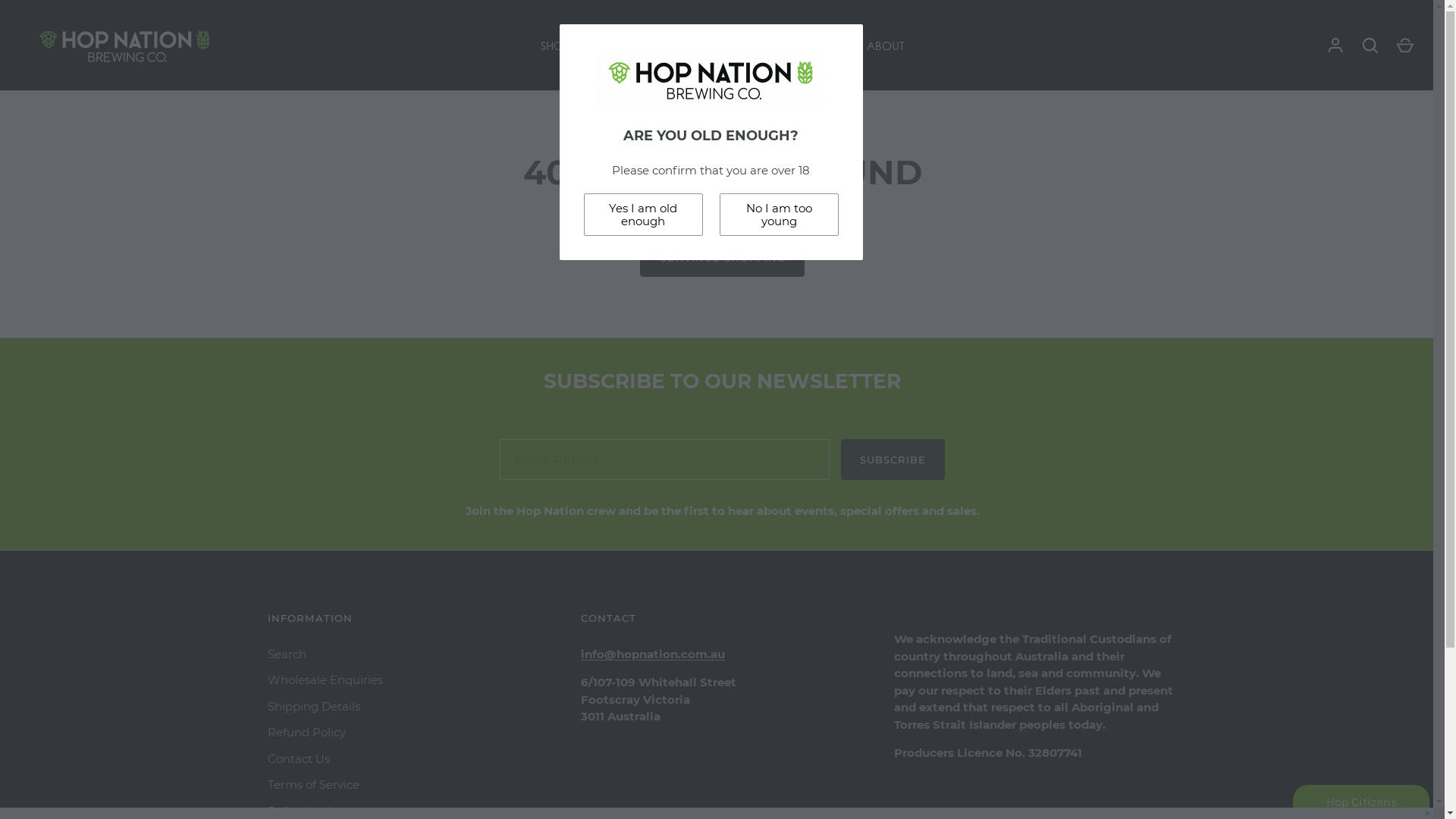 The height and width of the screenshot is (819, 1456). I want to click on 'TAPROOM', so click(735, 45).